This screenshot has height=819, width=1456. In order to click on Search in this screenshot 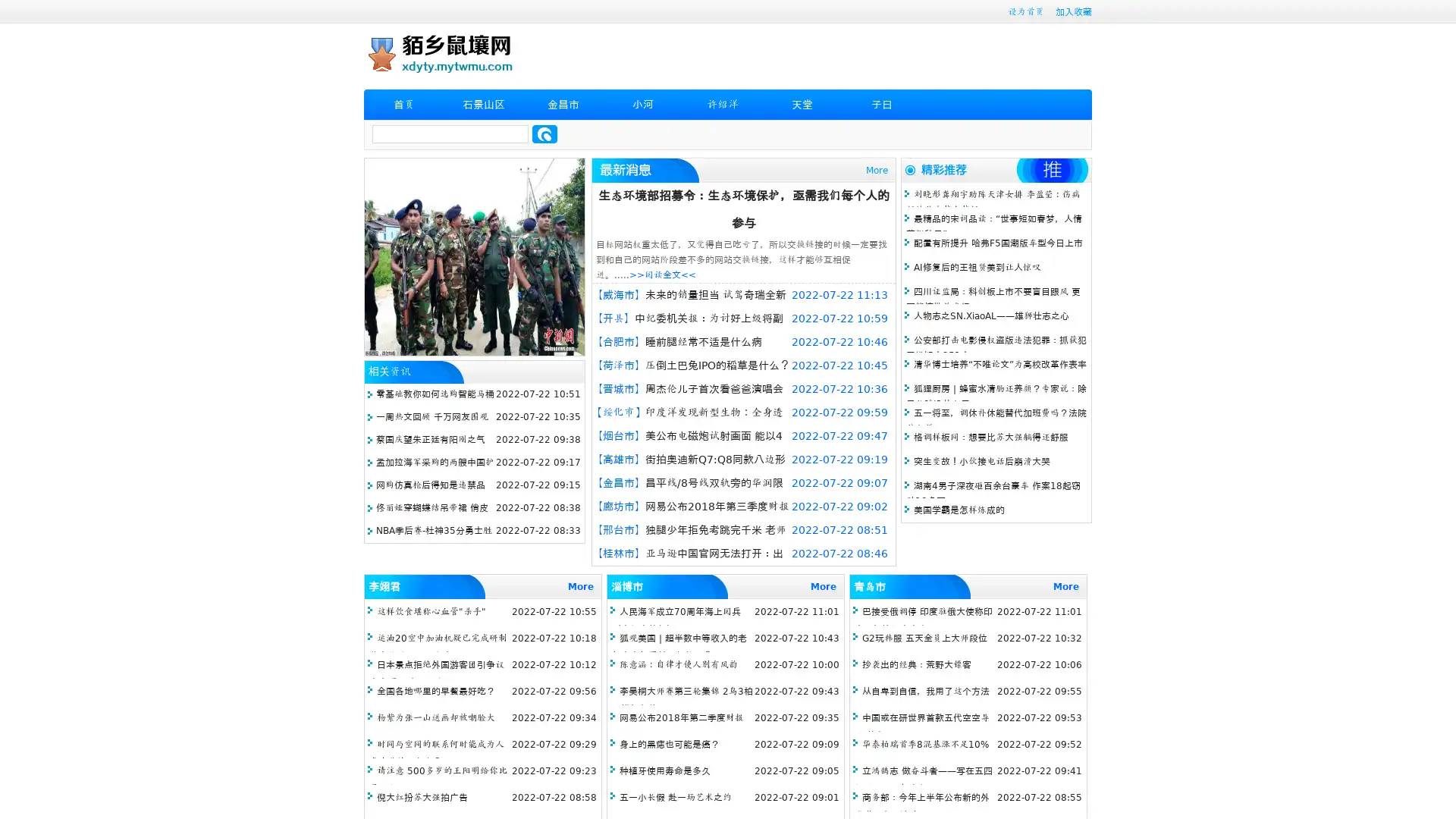, I will do `click(544, 133)`.